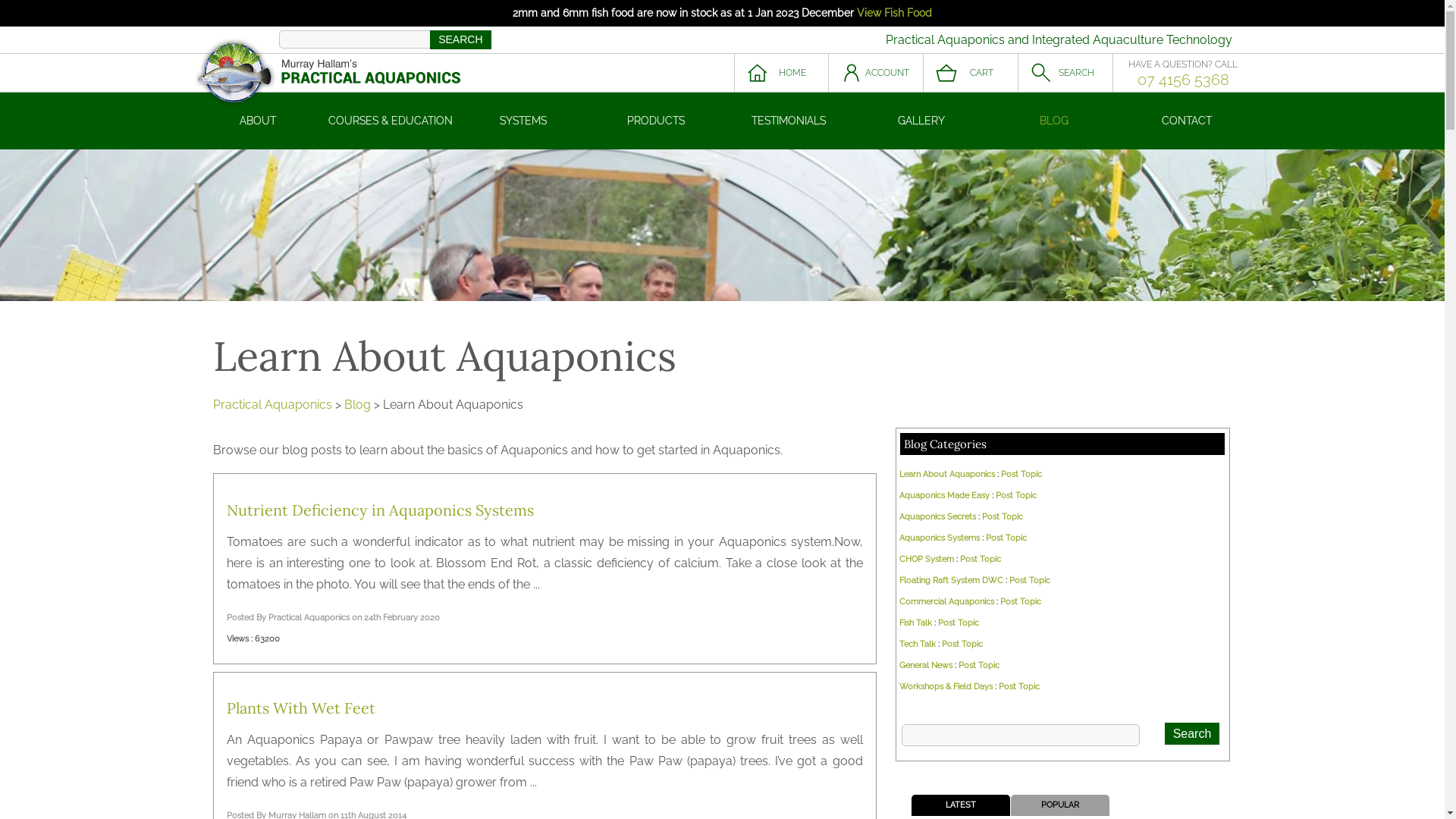 The width and height of the screenshot is (1456, 819). Describe the element at coordinates (938, 537) in the screenshot. I see `'Aquaponics Systems'` at that location.